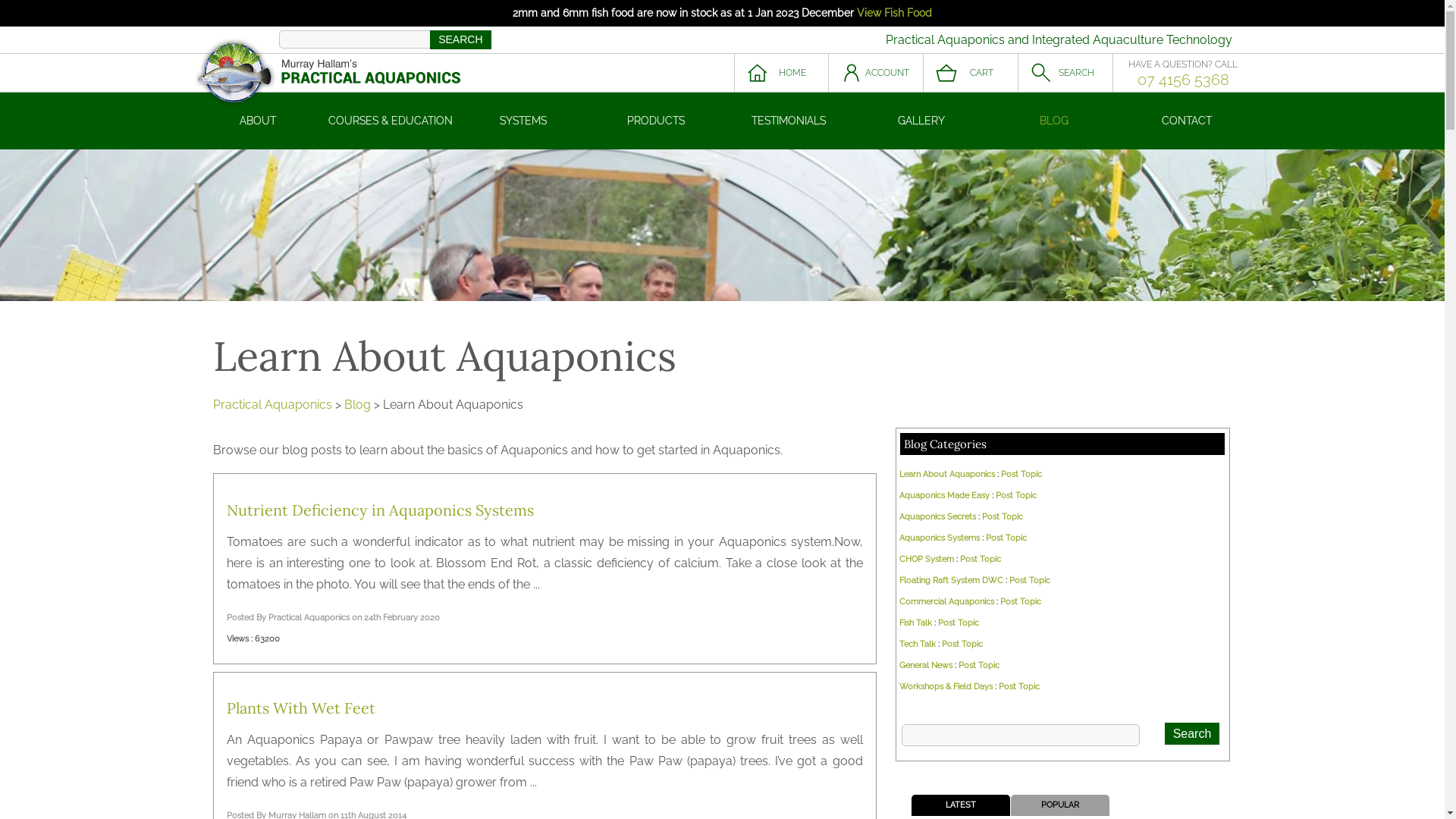 The width and height of the screenshot is (1456, 819). Describe the element at coordinates (938, 537) in the screenshot. I see `'Aquaponics Systems'` at that location.